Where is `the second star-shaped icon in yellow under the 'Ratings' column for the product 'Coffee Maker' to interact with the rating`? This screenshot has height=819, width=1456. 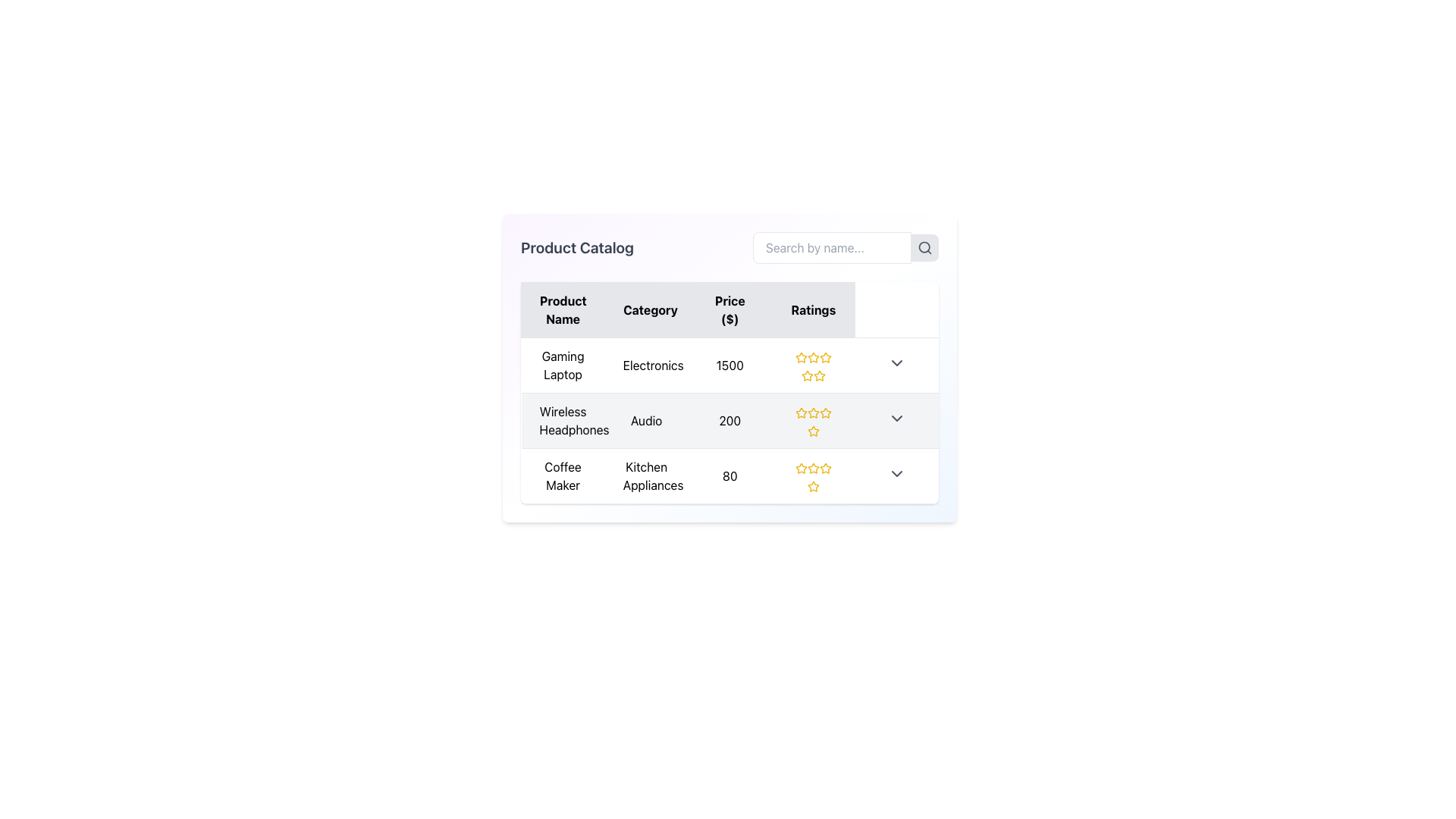
the second star-shaped icon in yellow under the 'Ratings' column for the product 'Coffee Maker' to interact with the rating is located at coordinates (812, 486).